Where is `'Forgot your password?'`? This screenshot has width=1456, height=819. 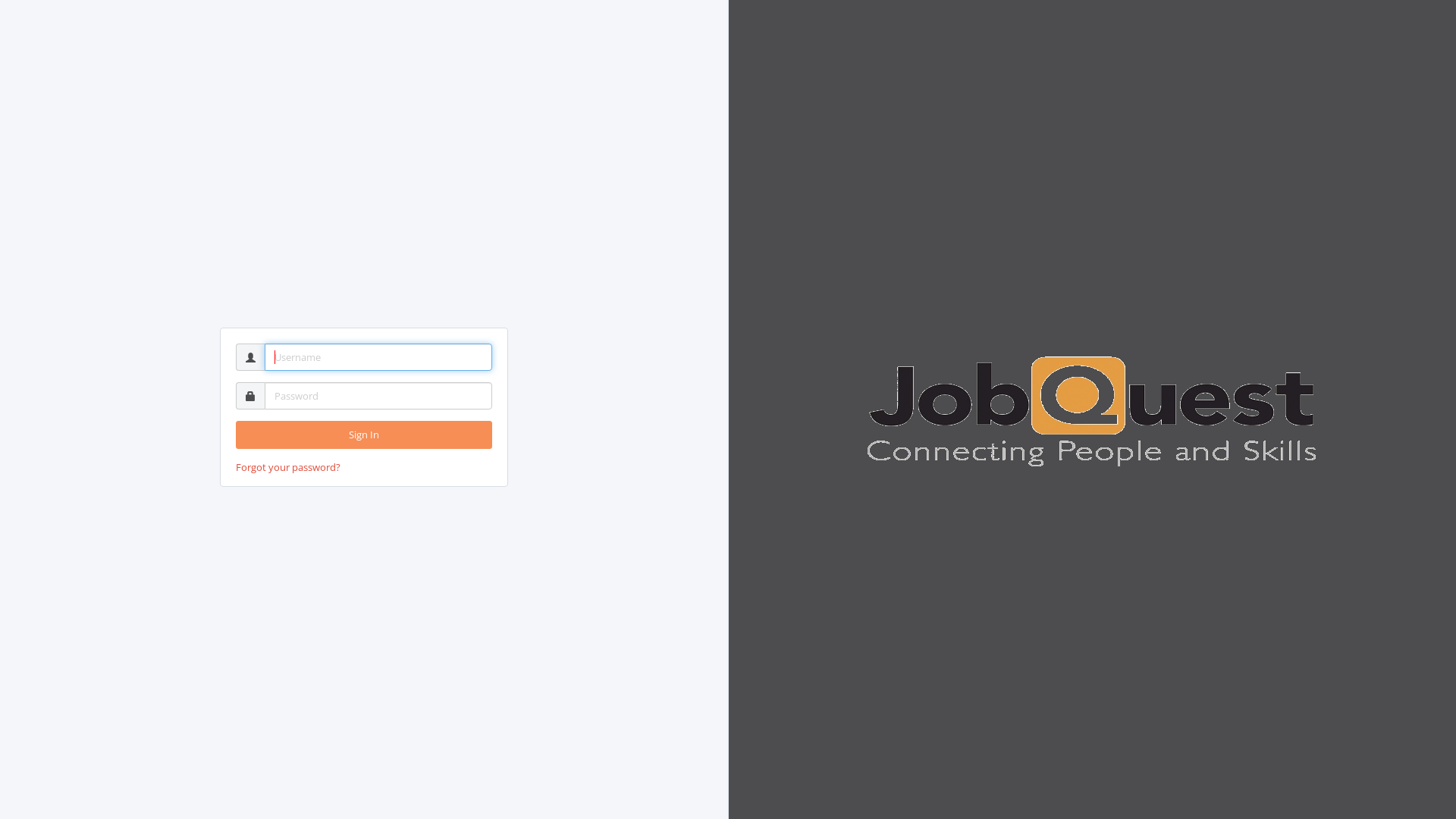
'Forgot your password?' is located at coordinates (287, 466).